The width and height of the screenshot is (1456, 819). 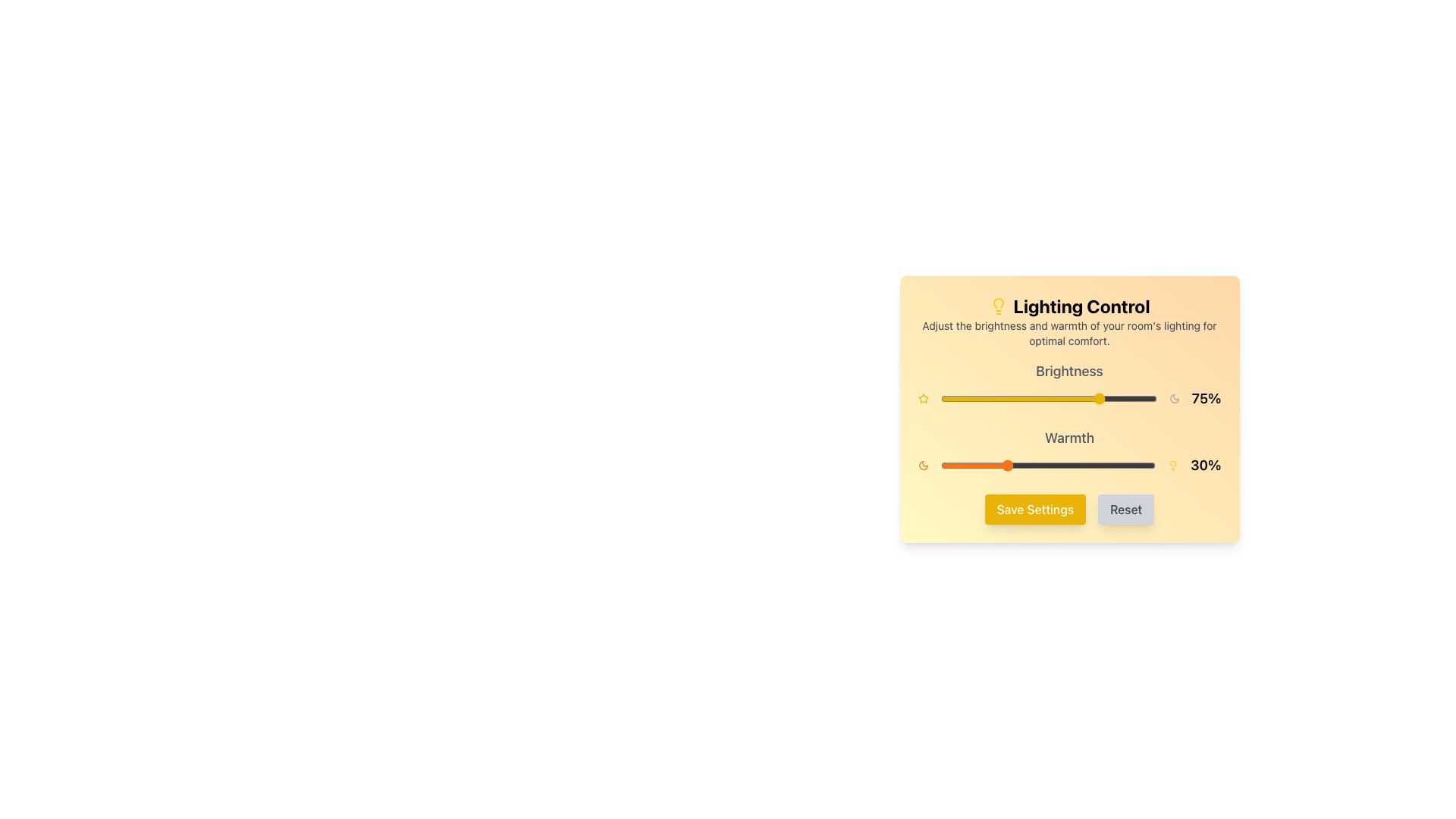 I want to click on the brightness, so click(x=1094, y=397).